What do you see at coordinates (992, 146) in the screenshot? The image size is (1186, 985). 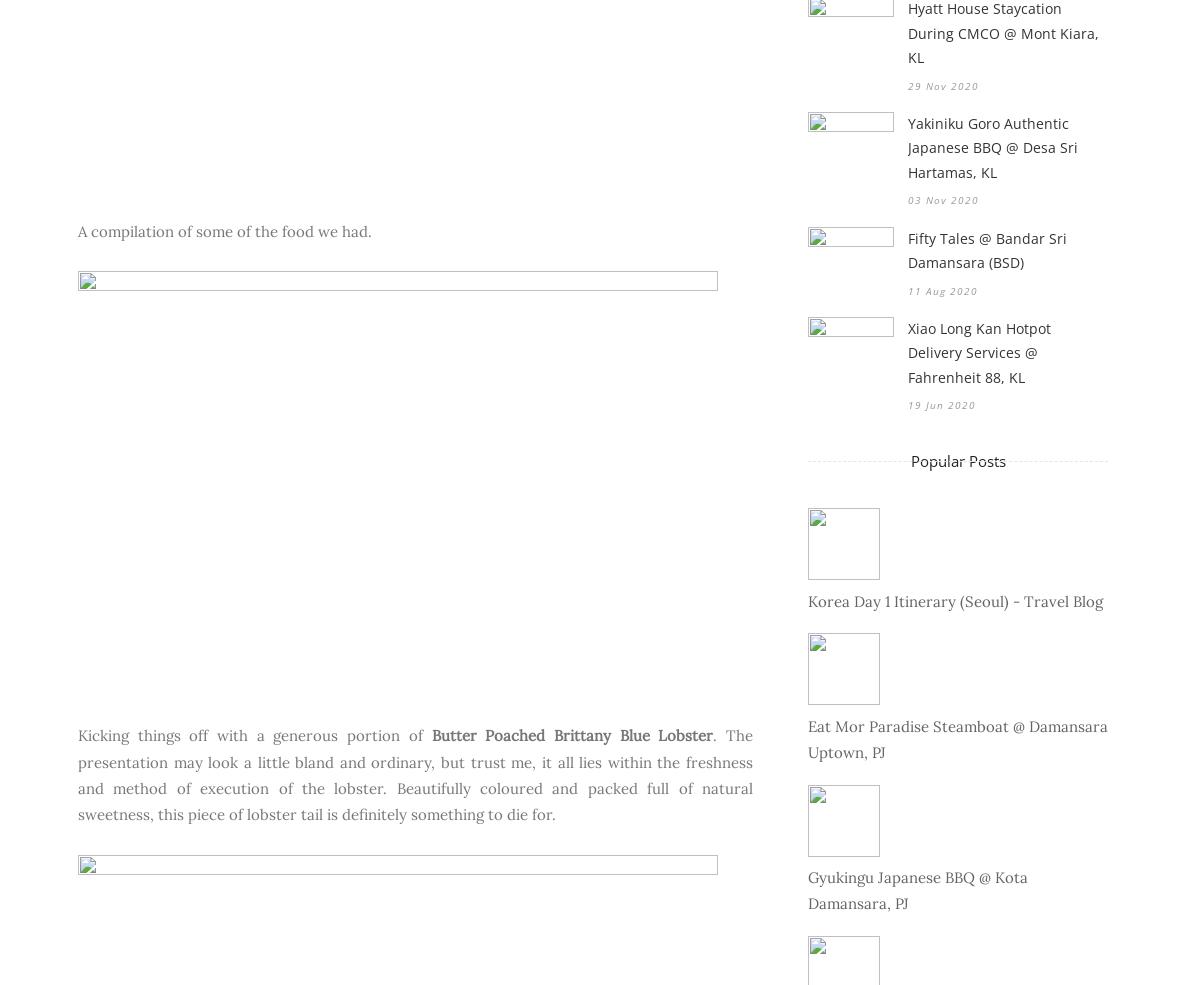 I see `'Yakiniku Goro Authentic Japanese BBQ @ Desa Sri Hartamas, KL'` at bounding box center [992, 146].